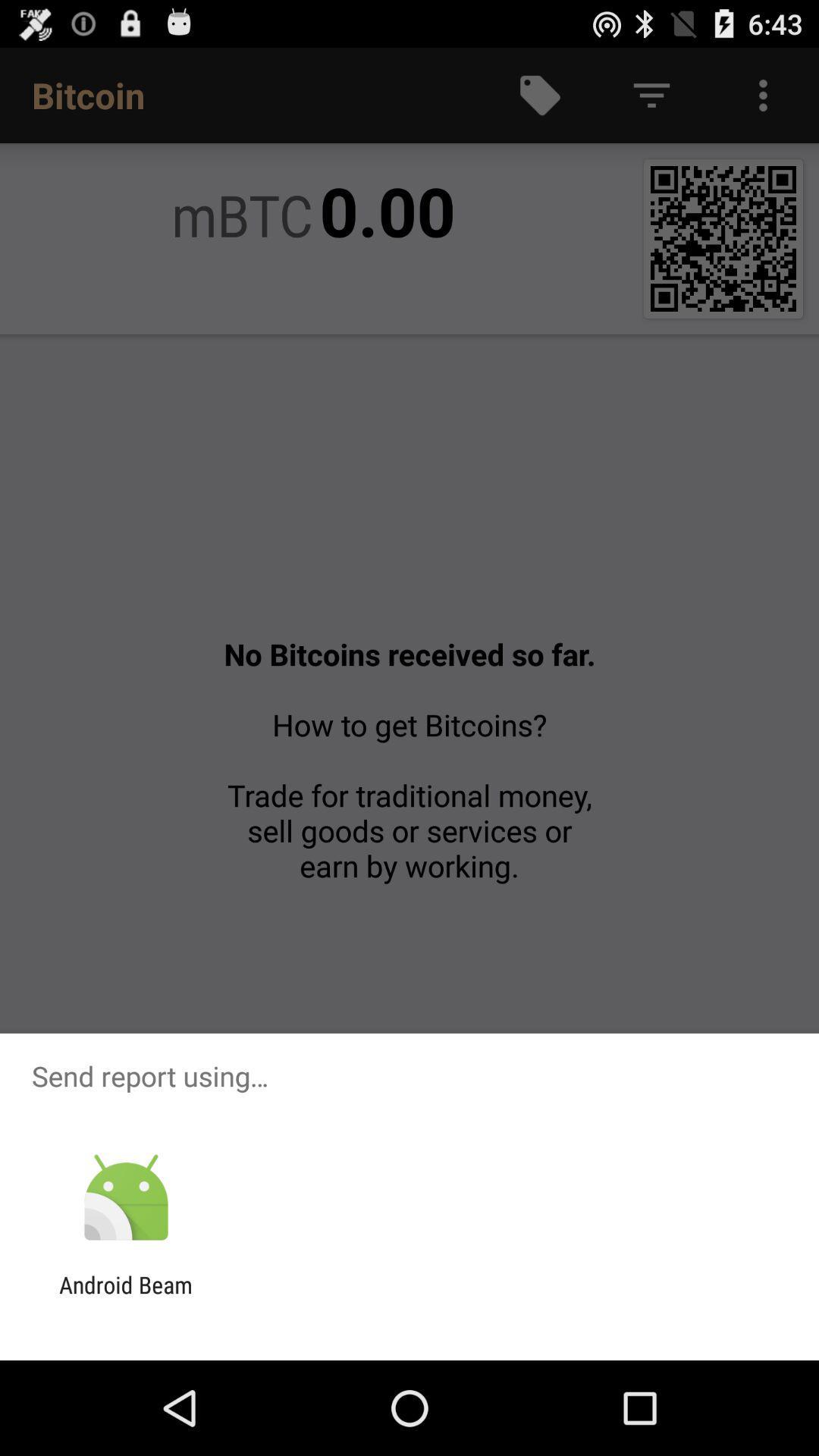 This screenshot has width=819, height=1456. Describe the element at coordinates (125, 1197) in the screenshot. I see `item above android beam app` at that location.